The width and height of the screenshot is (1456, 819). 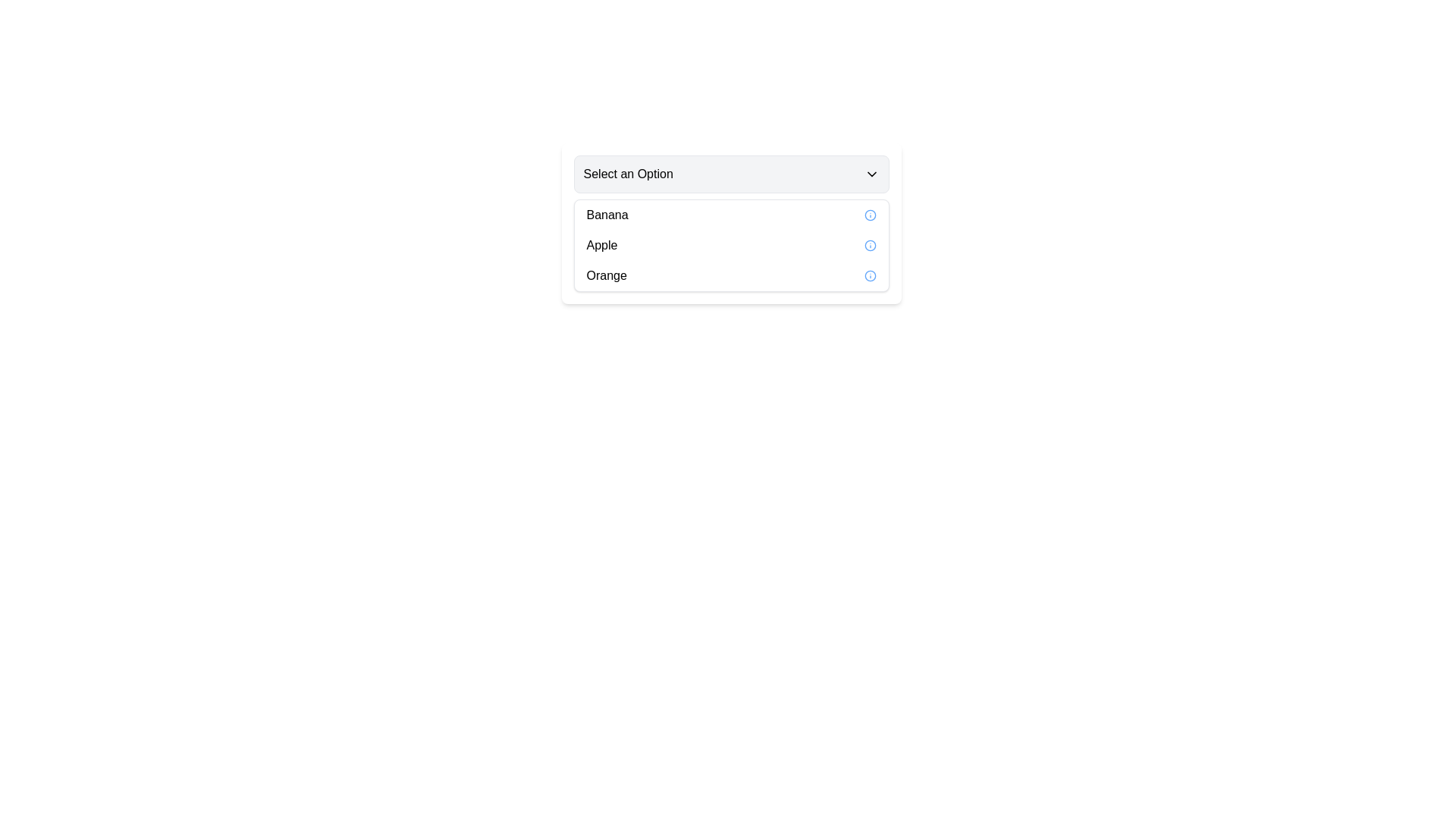 What do you see at coordinates (871, 174) in the screenshot?
I see `the downward-pointing chevron icon located at the far right of the rounded rectangle containing the text 'Select an Option'` at bounding box center [871, 174].